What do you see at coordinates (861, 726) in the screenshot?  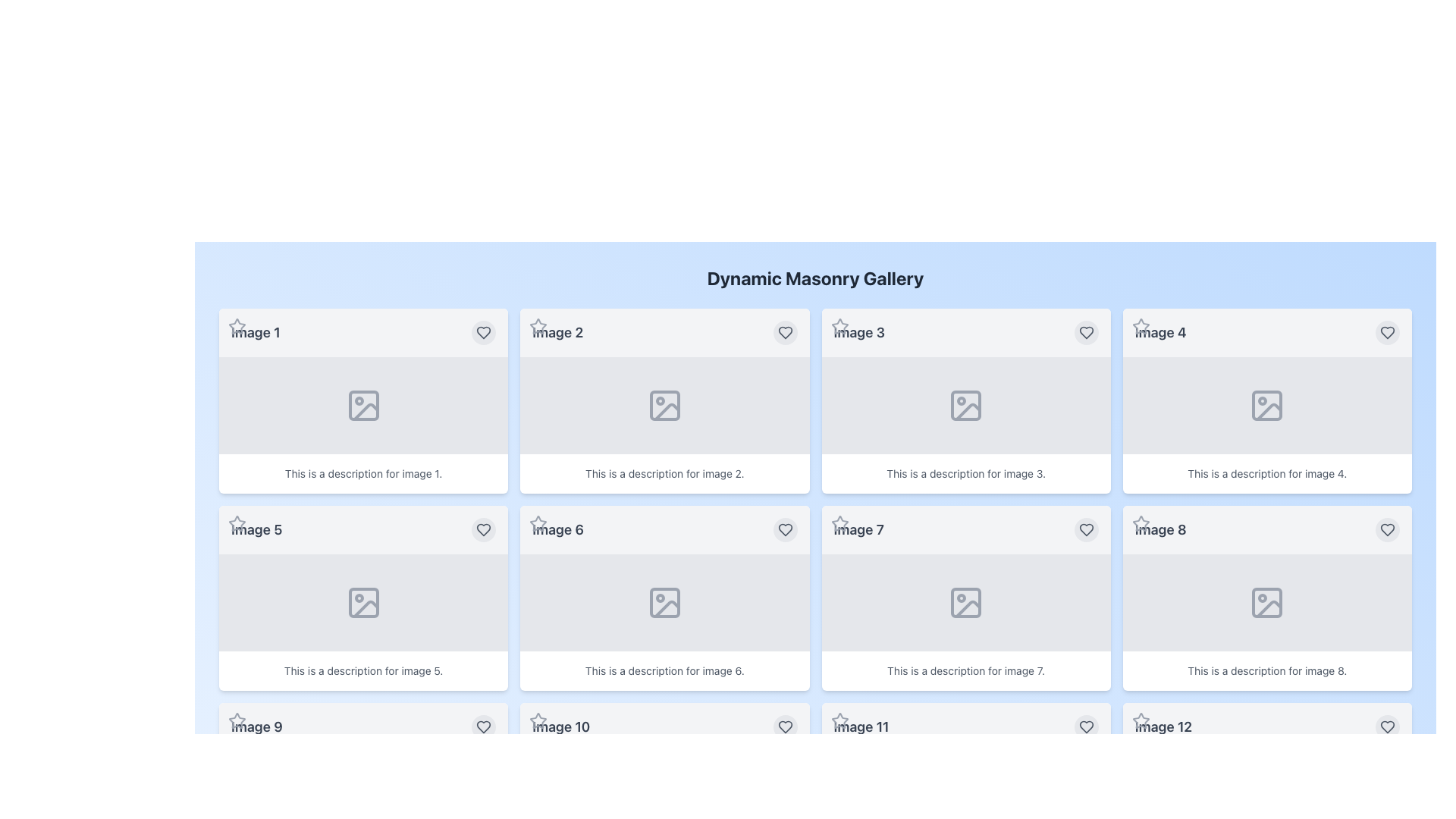 I see `the text 'Image 11' from the static text label displayed in a large, bold, gray font located at the top-left corner of the card interface in the bottom-left corner of the 3rd row and 1st column of the layout` at bounding box center [861, 726].